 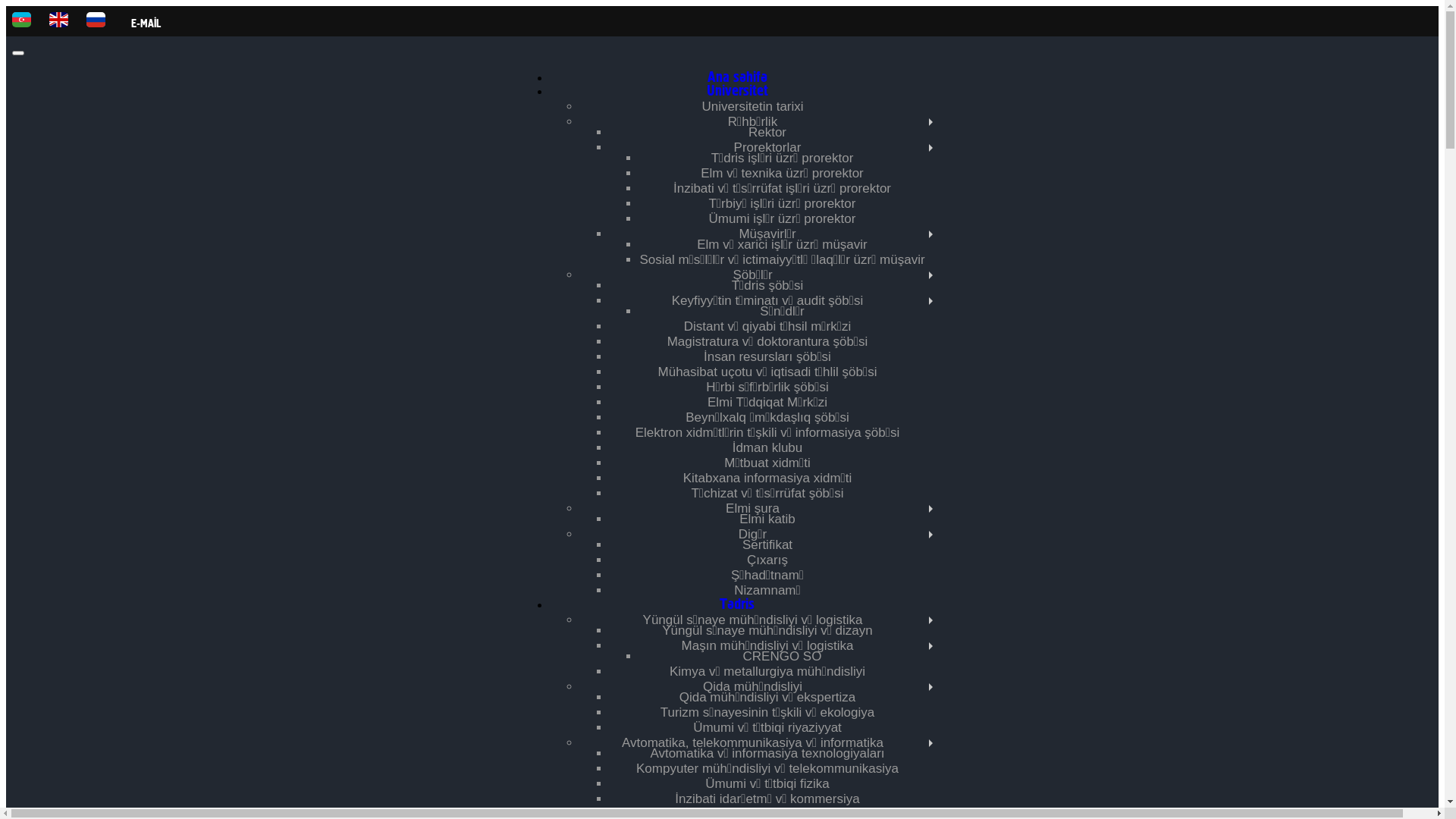 I want to click on 'Universitet', so click(x=737, y=91).